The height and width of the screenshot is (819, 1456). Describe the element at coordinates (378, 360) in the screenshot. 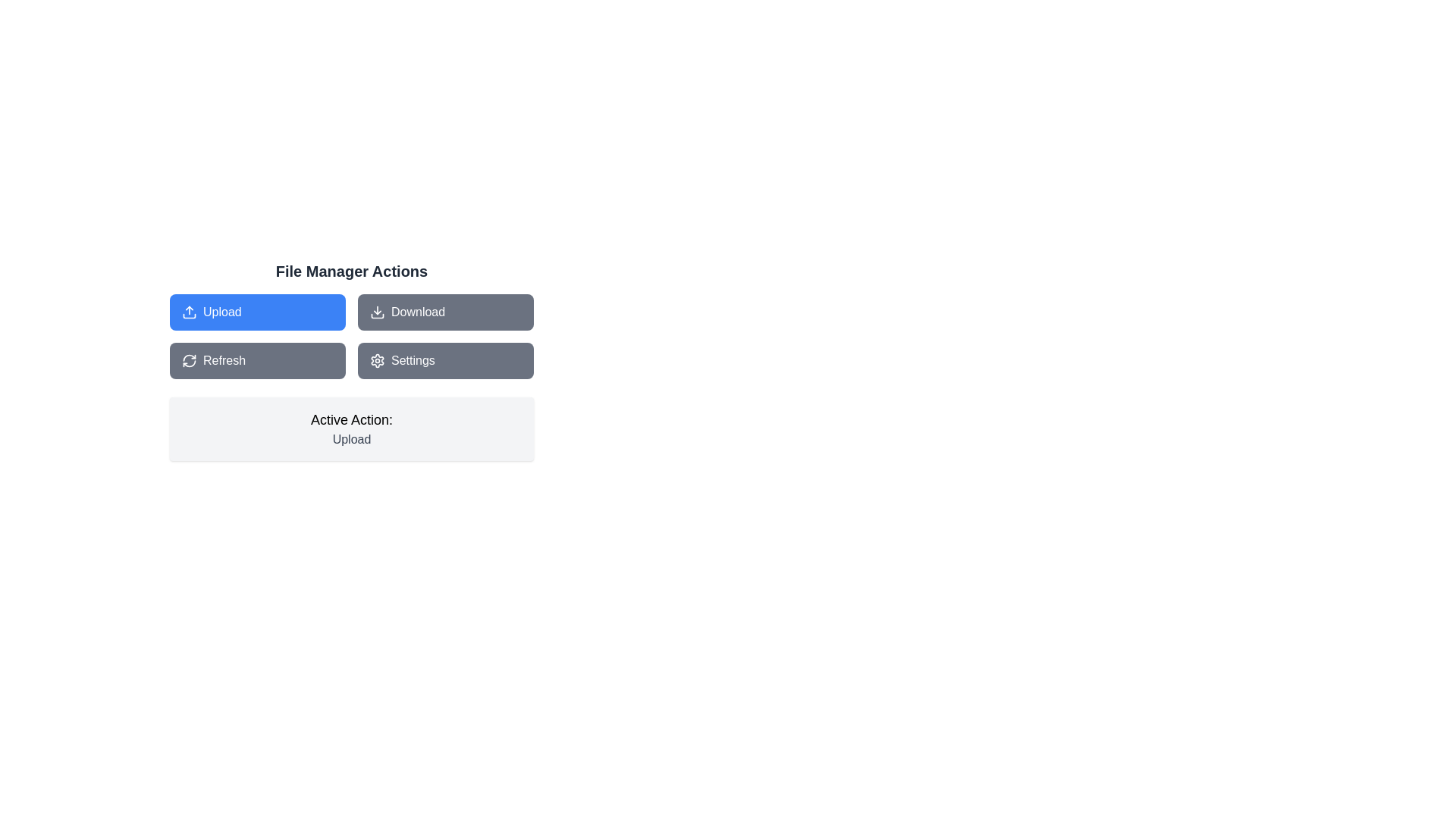

I see `the settings icon located in the button with the text 'Settings' in the second row of the 'File Manager Actions' group` at that location.